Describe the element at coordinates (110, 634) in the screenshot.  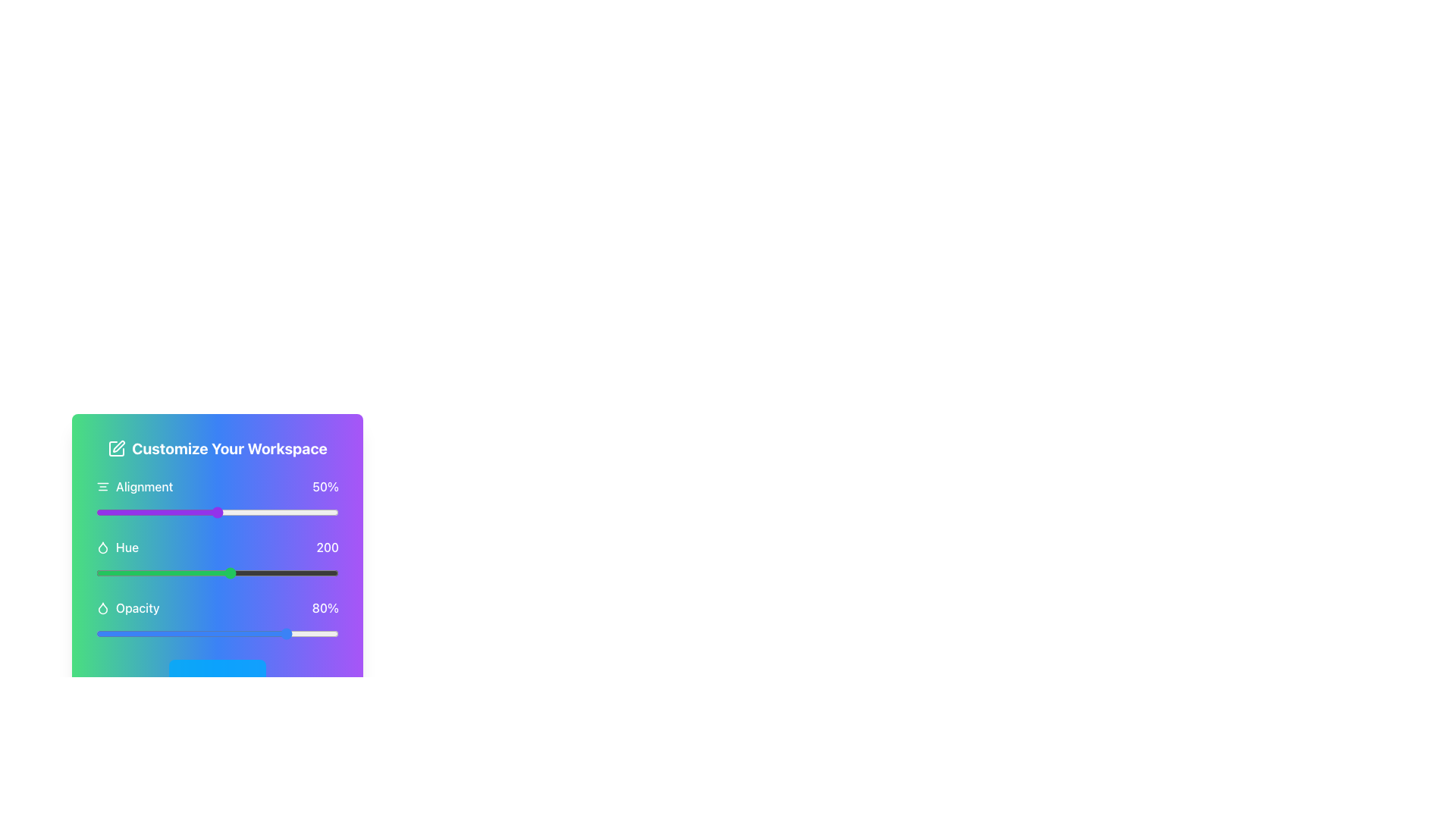
I see `opacity` at that location.